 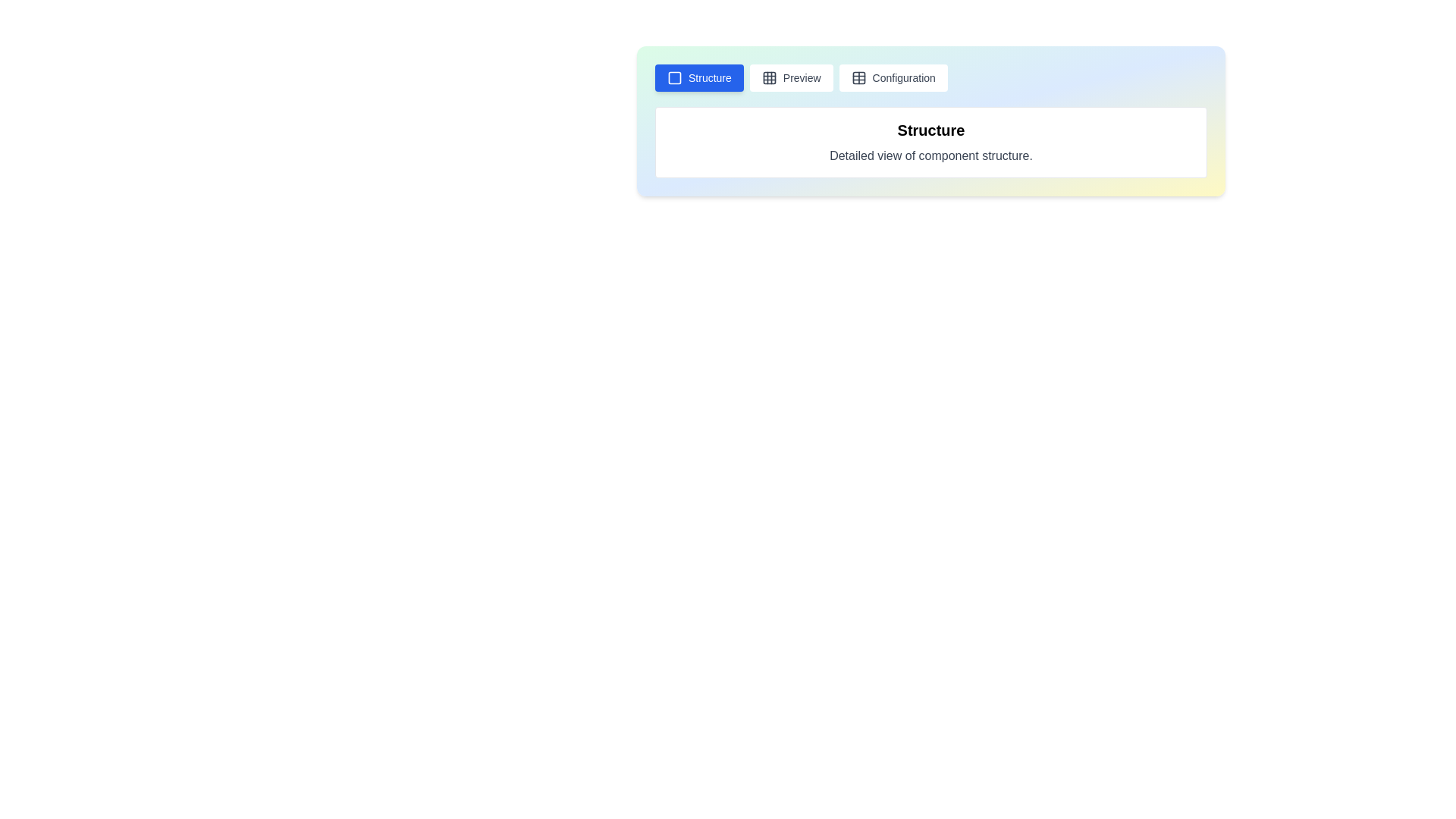 What do you see at coordinates (893, 78) in the screenshot?
I see `the Configuration tab to observe its layout` at bounding box center [893, 78].